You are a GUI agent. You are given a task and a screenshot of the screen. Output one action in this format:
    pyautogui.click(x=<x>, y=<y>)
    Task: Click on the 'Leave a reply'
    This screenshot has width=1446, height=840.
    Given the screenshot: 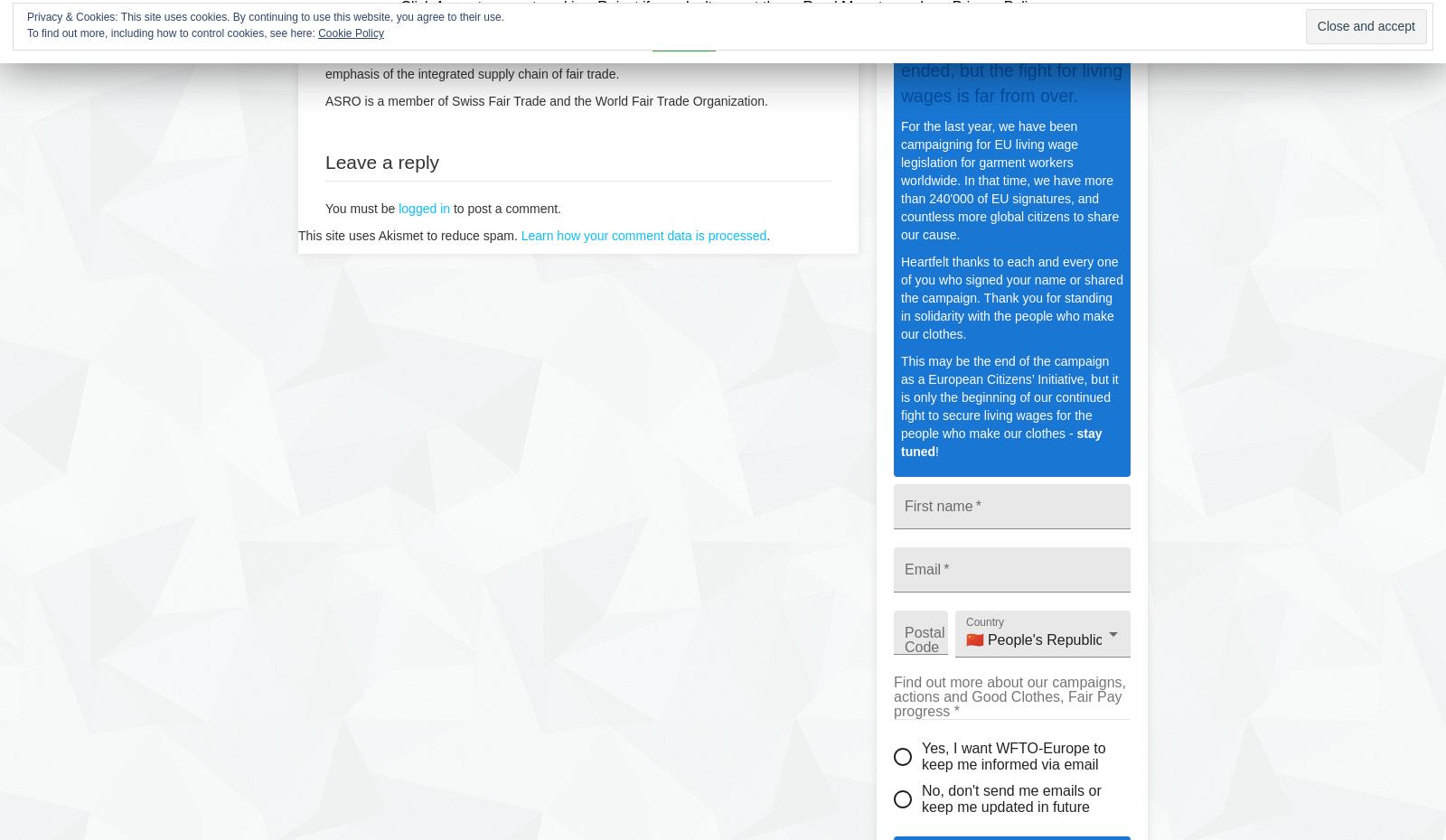 What is the action you would take?
    pyautogui.click(x=381, y=161)
    